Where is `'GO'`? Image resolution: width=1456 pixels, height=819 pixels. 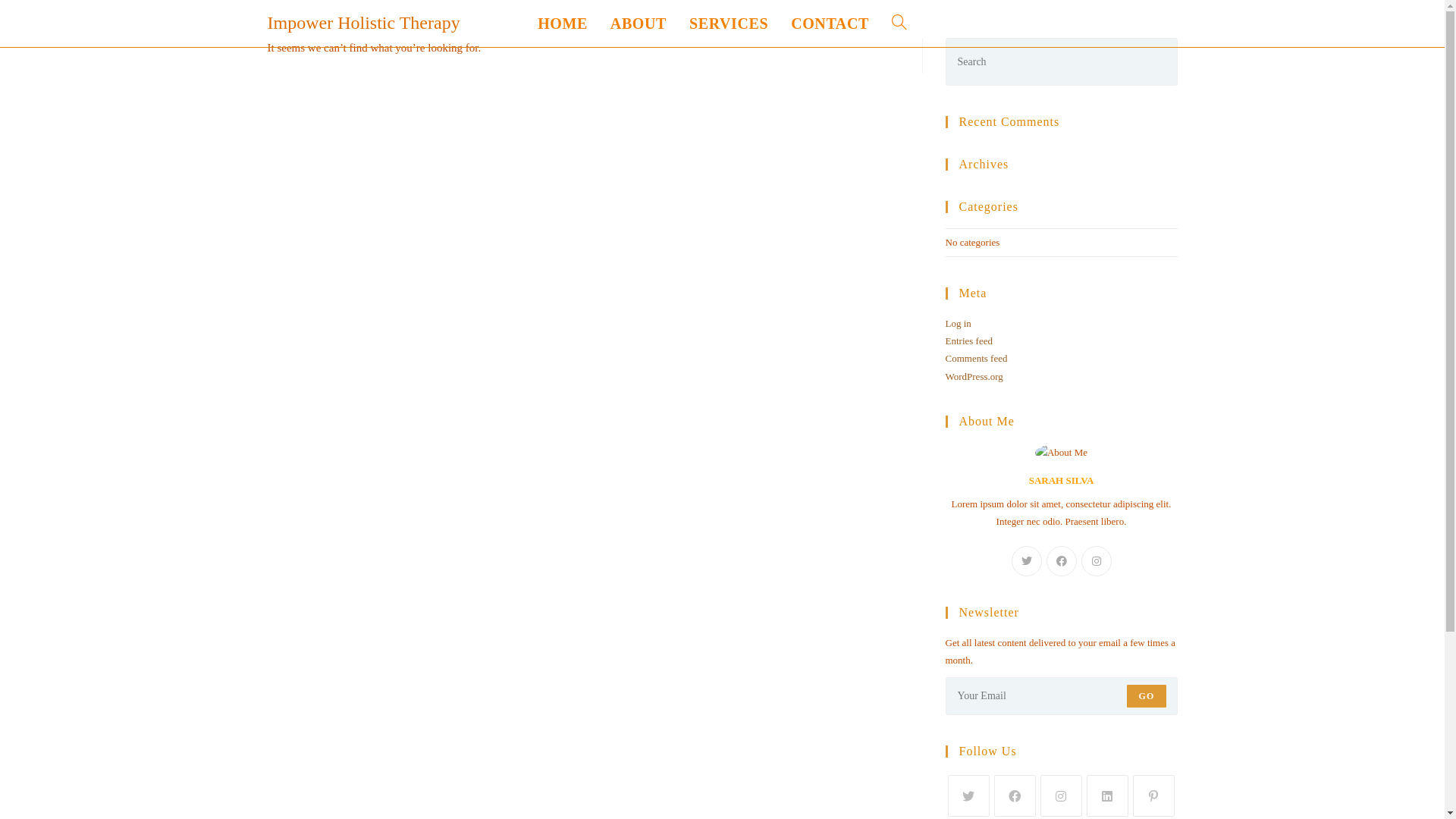
'GO' is located at coordinates (1146, 696).